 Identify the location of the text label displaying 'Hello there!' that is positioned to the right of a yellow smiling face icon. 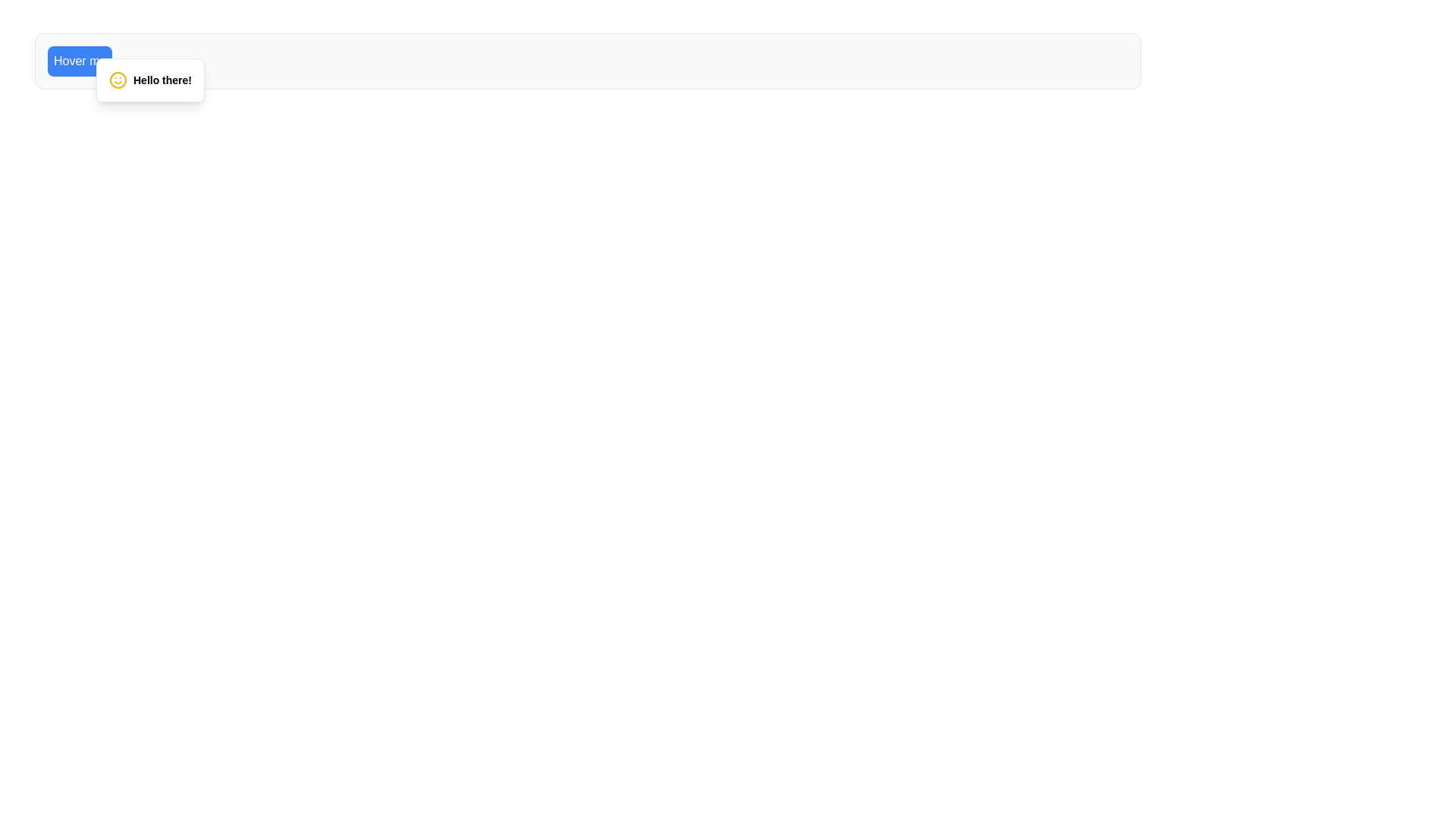
(162, 80).